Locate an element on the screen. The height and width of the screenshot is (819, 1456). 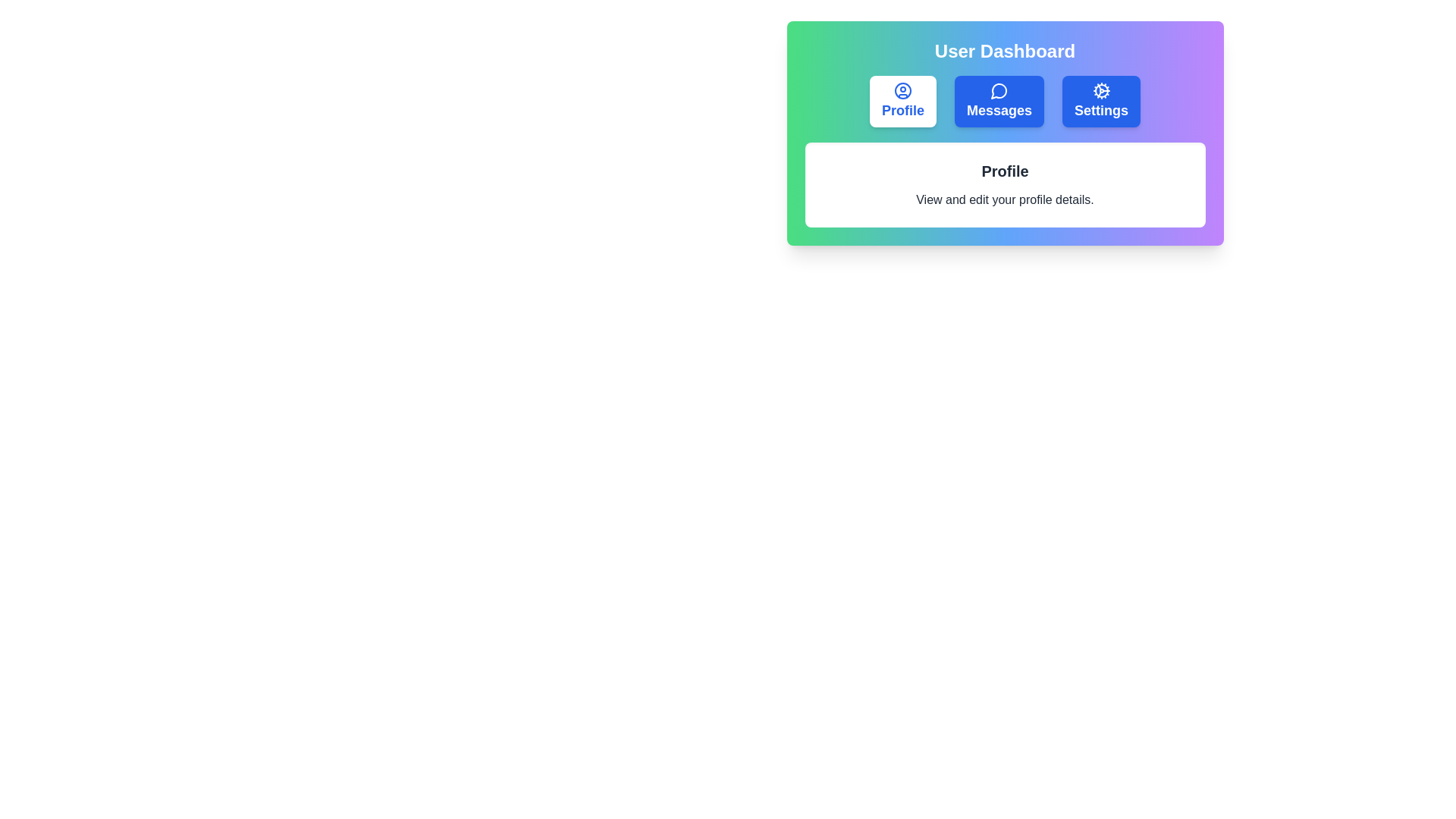
the 'Profile' button in the navigation bar is located at coordinates (902, 102).